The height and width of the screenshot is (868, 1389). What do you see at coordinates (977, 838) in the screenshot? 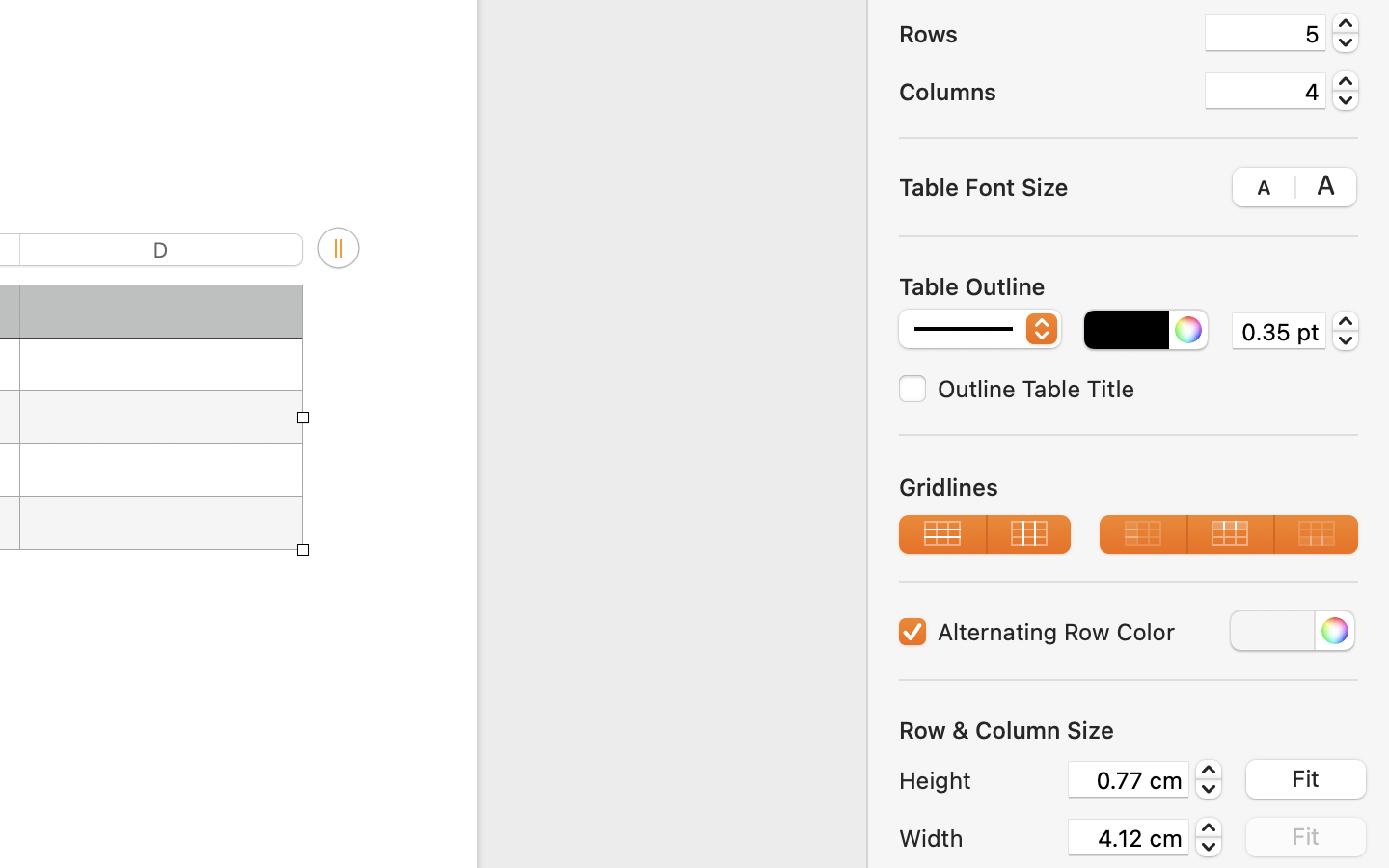
I see `'Width'` at bounding box center [977, 838].